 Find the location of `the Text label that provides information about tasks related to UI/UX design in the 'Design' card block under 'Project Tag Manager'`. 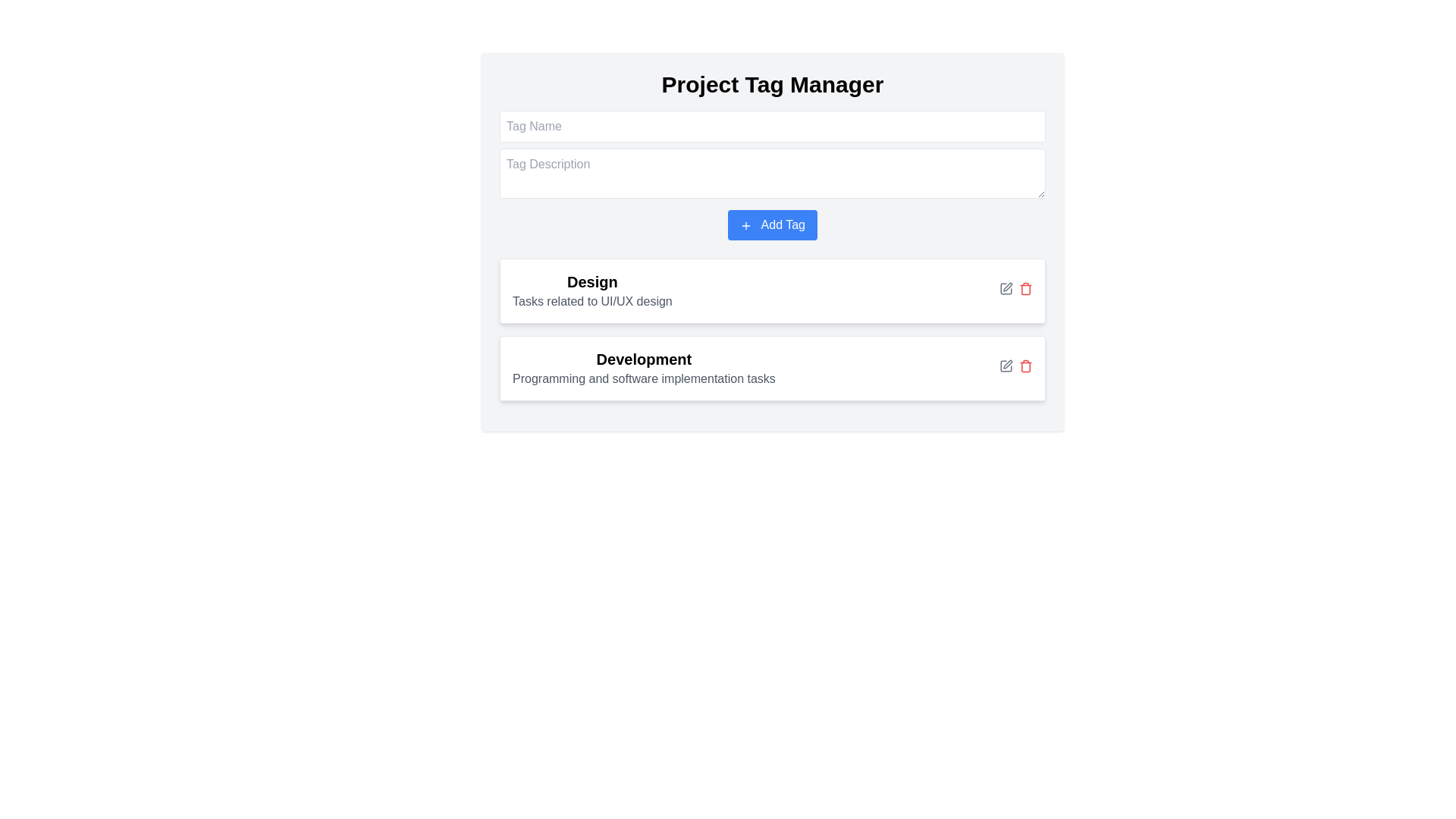

the Text label that provides information about tasks related to UI/UX design in the 'Design' card block under 'Project Tag Manager' is located at coordinates (591, 291).